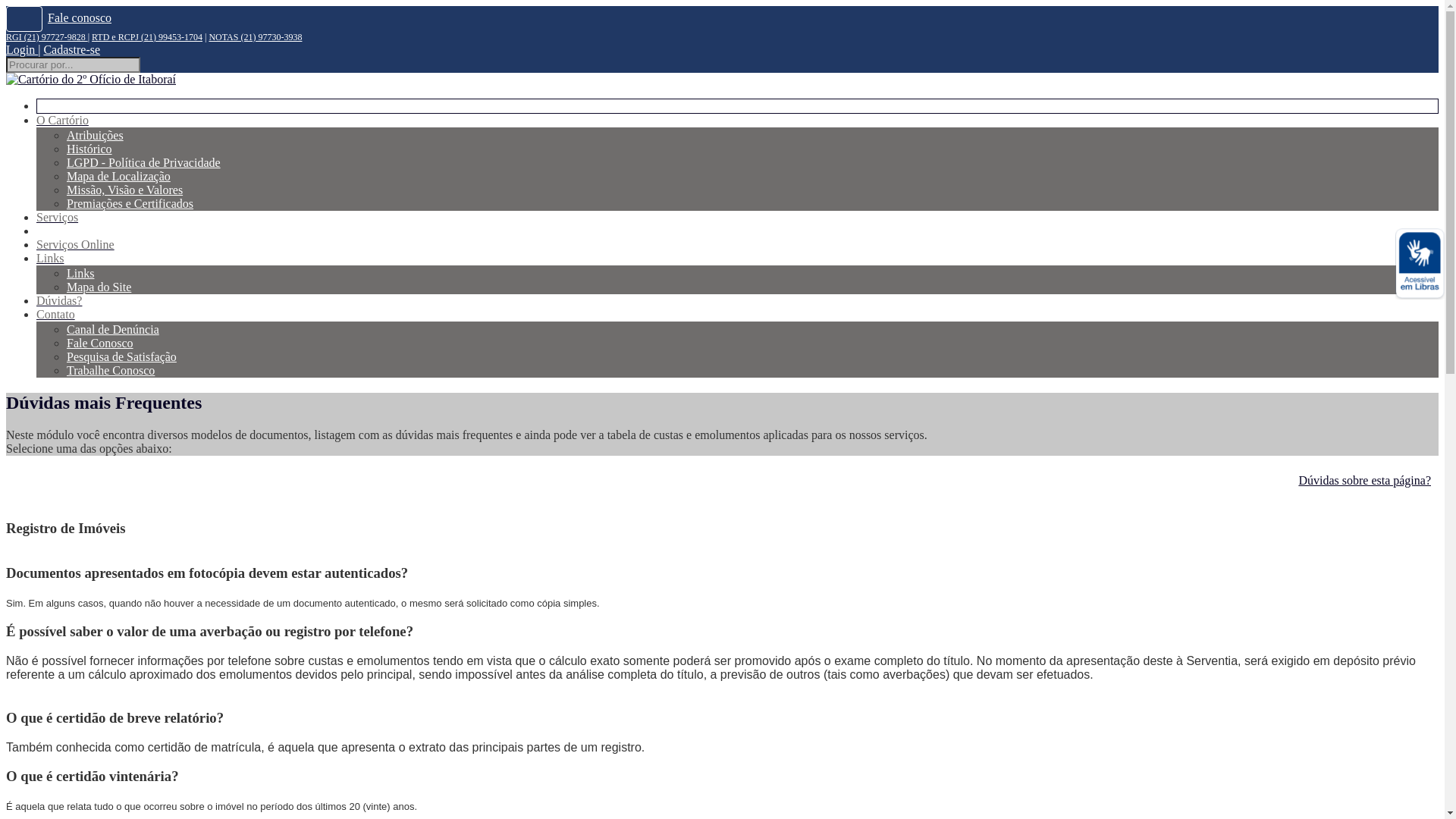  Describe the element at coordinates (71, 49) in the screenshot. I see `'Cadastre-se'` at that location.